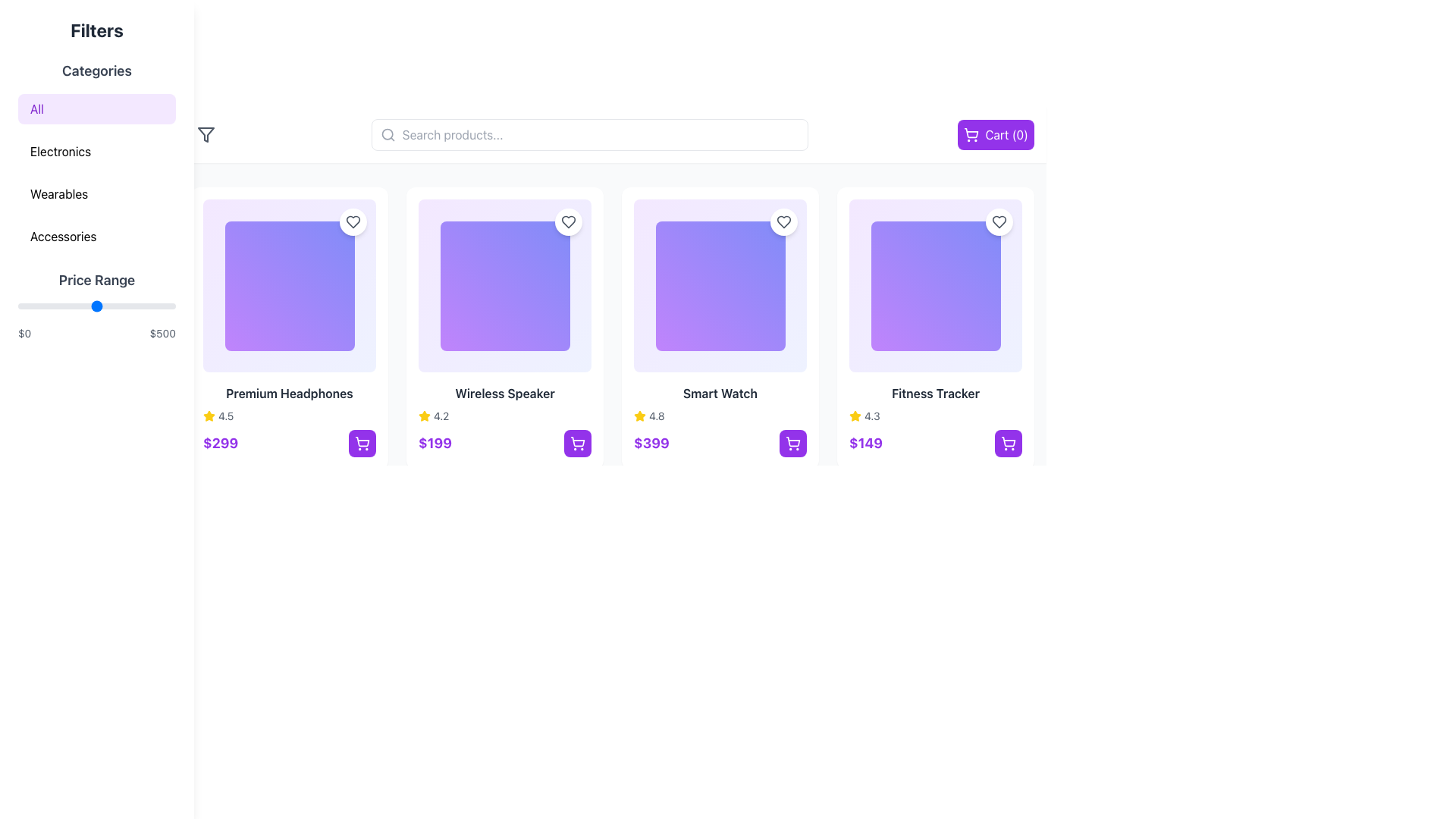 This screenshot has width=1456, height=819. Describe the element at coordinates (567, 222) in the screenshot. I see `the heart icon in the top-right corner of the 'Wireless Speaker' product card` at that location.